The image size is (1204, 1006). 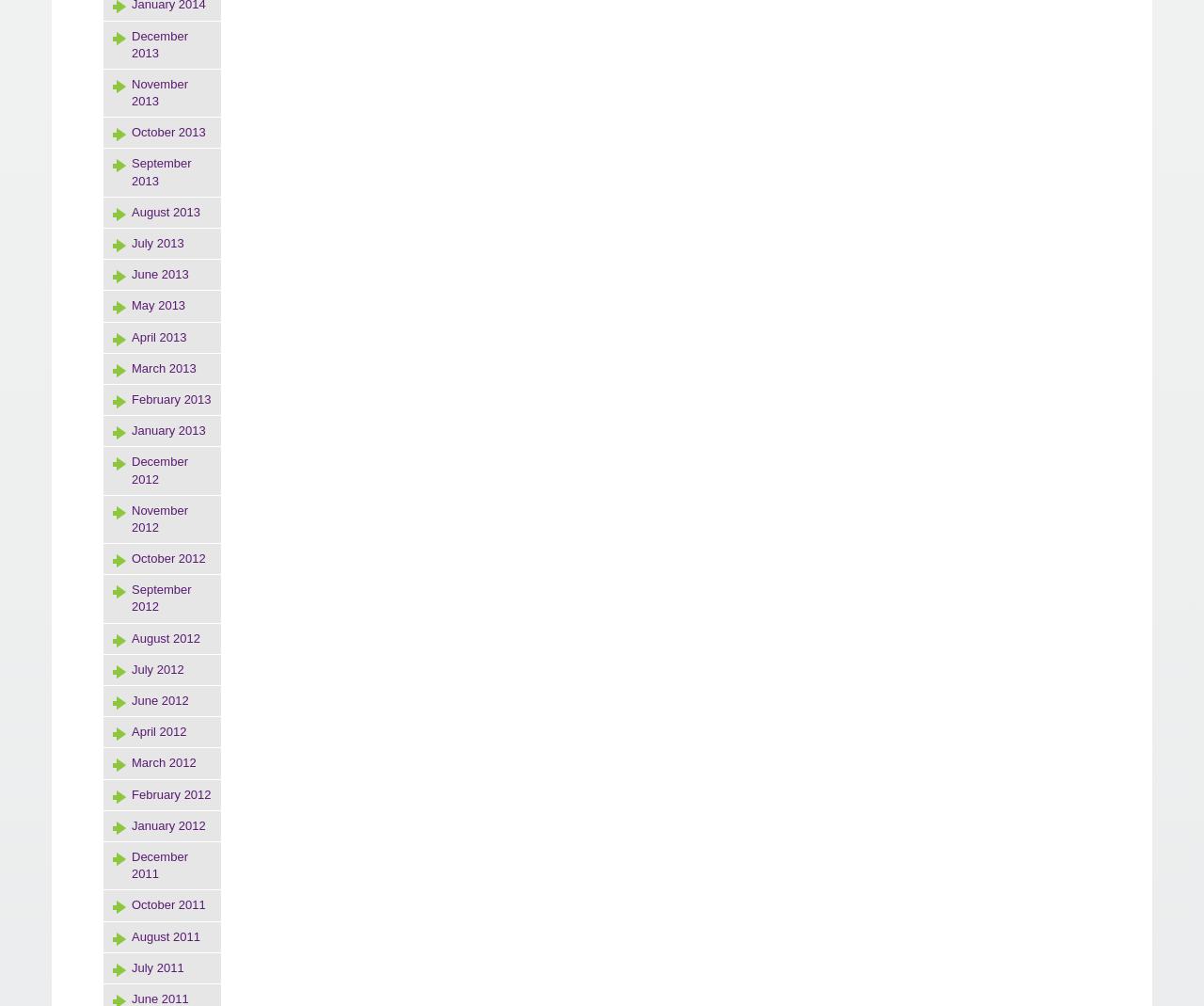 I want to click on 'September 2013', so click(x=131, y=171).